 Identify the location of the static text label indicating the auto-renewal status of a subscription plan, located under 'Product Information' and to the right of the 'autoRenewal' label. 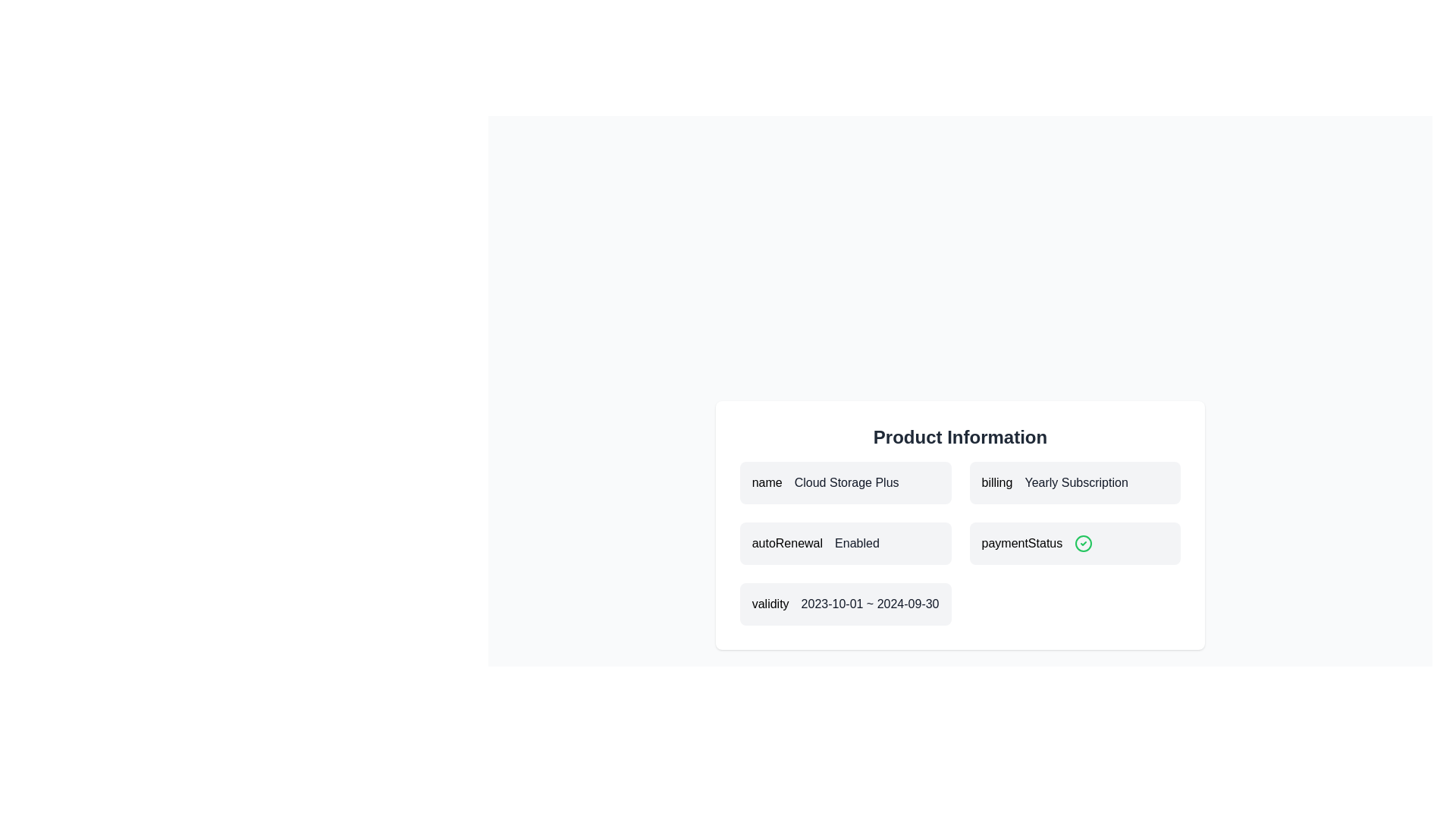
(857, 542).